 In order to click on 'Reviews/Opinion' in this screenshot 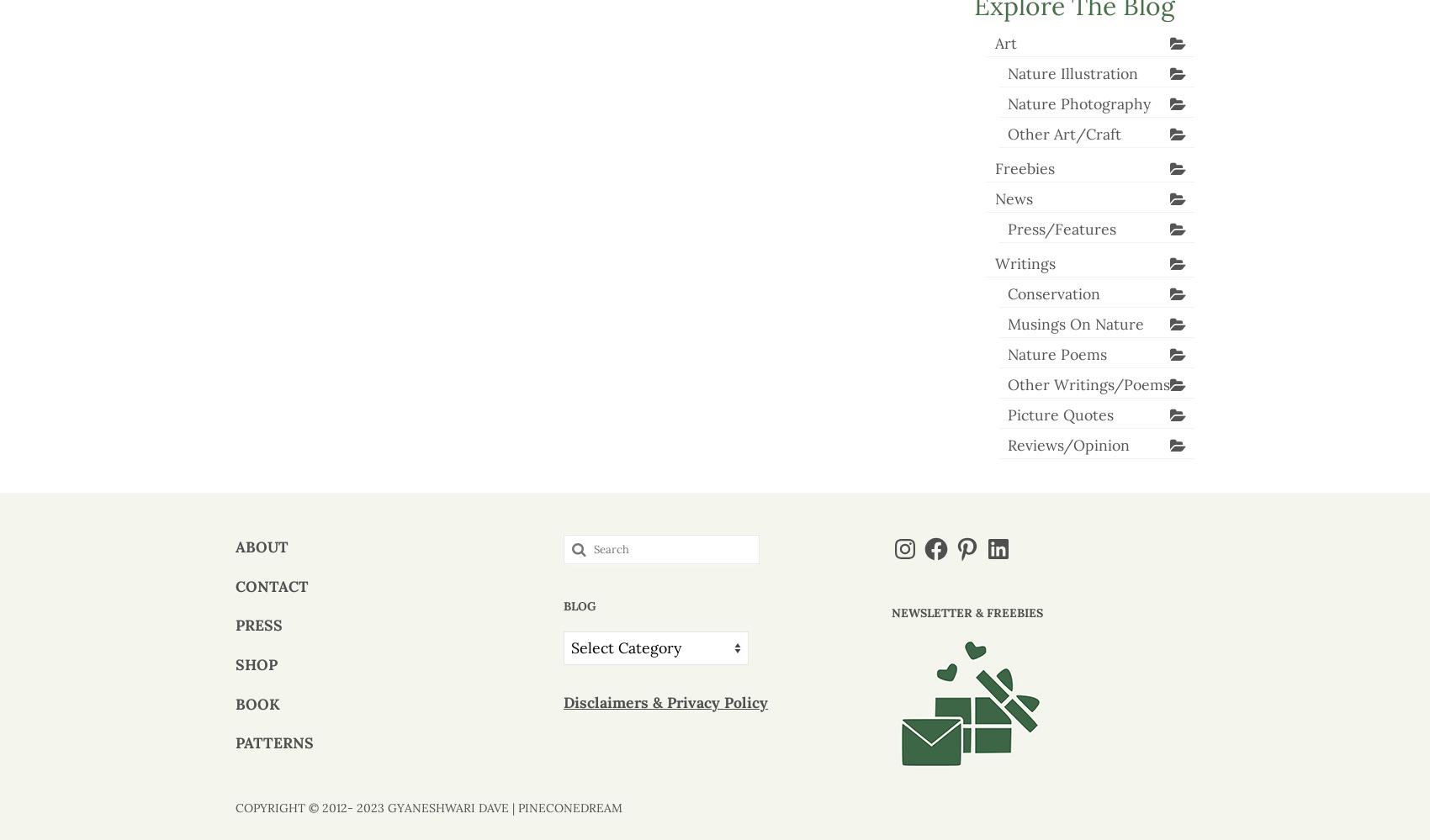, I will do `click(1067, 443)`.